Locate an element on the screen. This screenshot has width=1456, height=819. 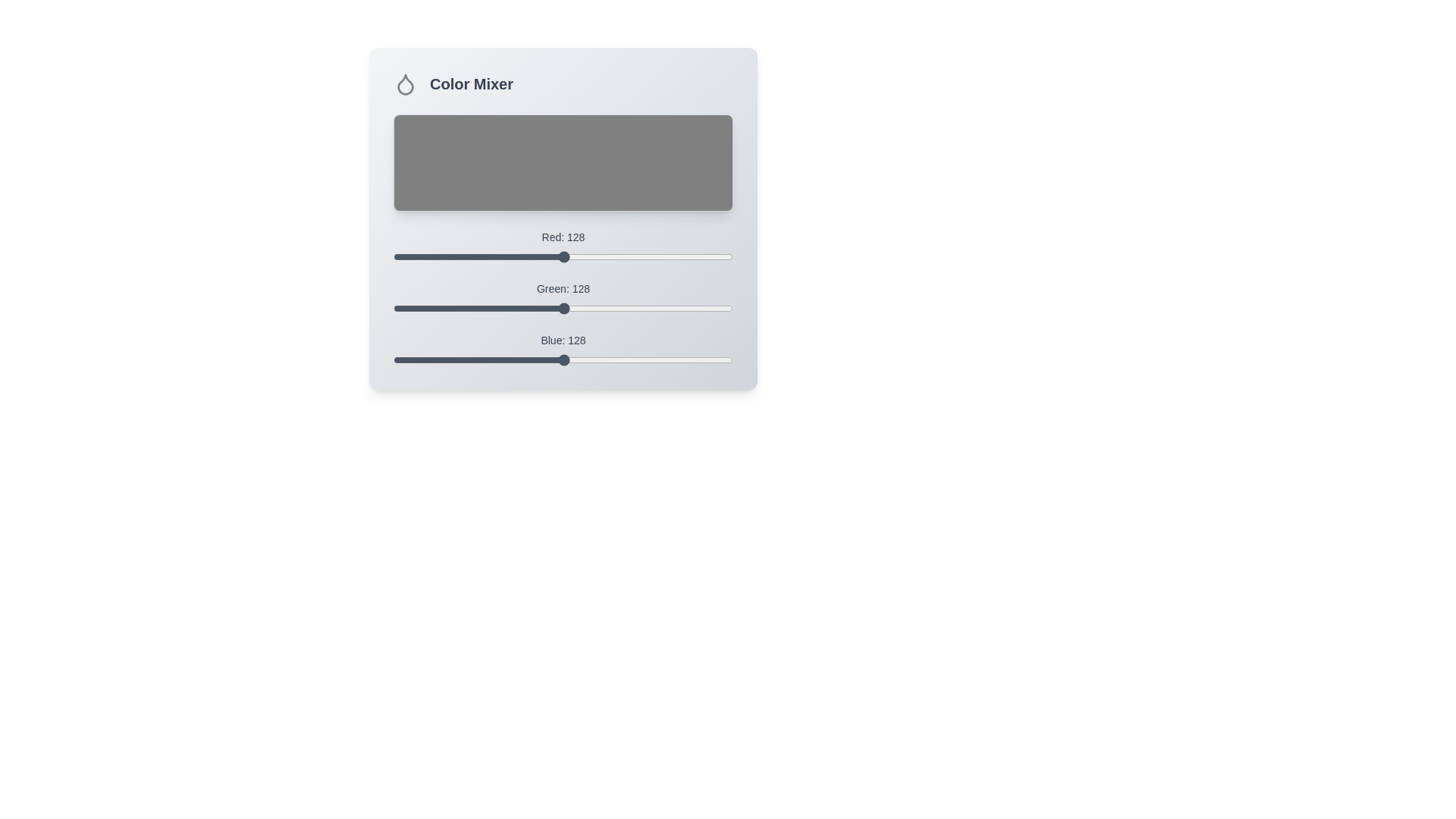
the 1 slider to 219 is located at coordinates (684, 302).